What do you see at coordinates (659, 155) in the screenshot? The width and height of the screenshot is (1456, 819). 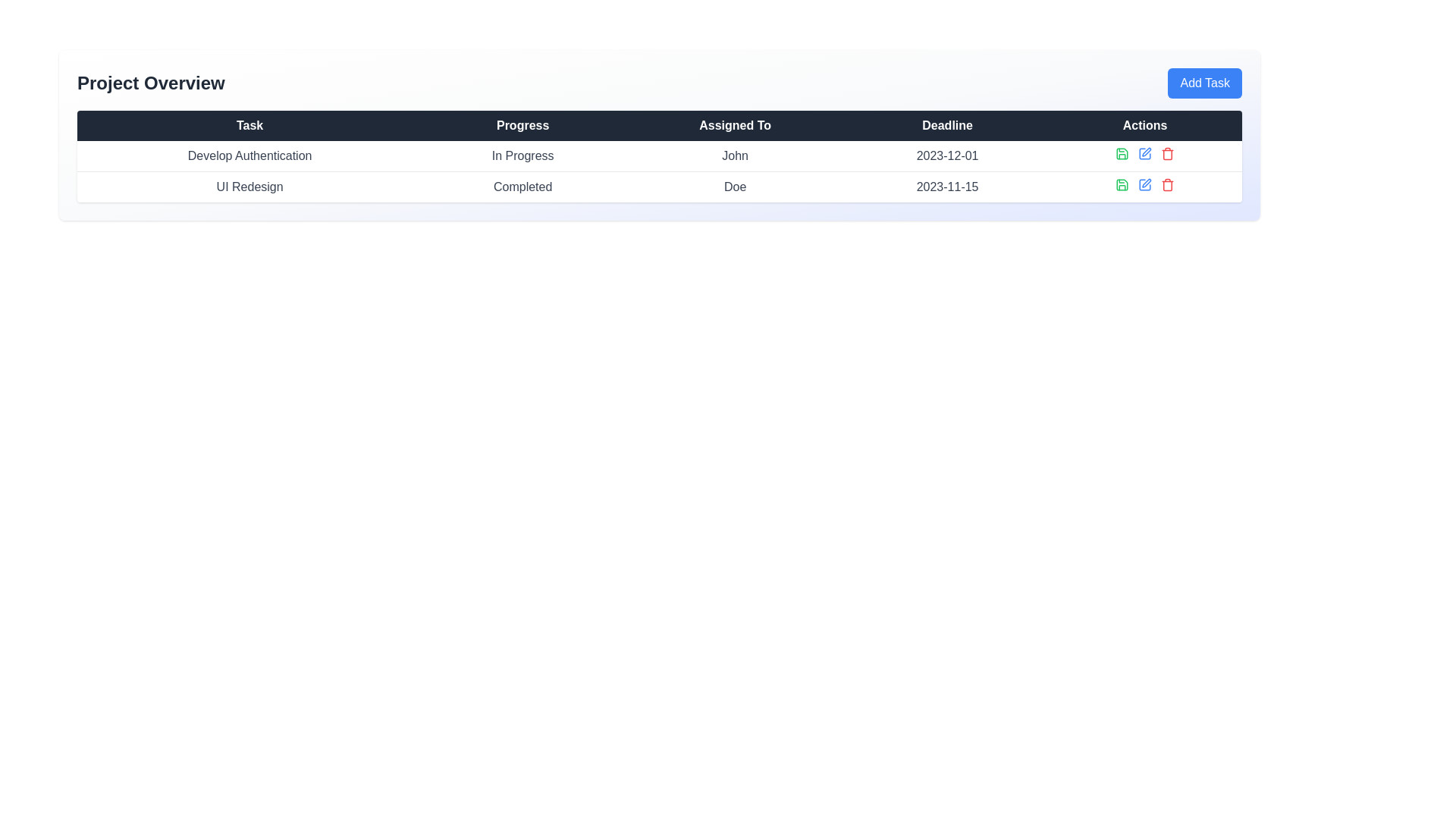 I see `the first row of the data table displaying task details, specifically the row containing 'Develop Authentication' under 'Task', 'In Progress' under 'Progress', 'John' under 'Assigned To', and '2023-12-01' under 'Deadline'` at bounding box center [659, 155].